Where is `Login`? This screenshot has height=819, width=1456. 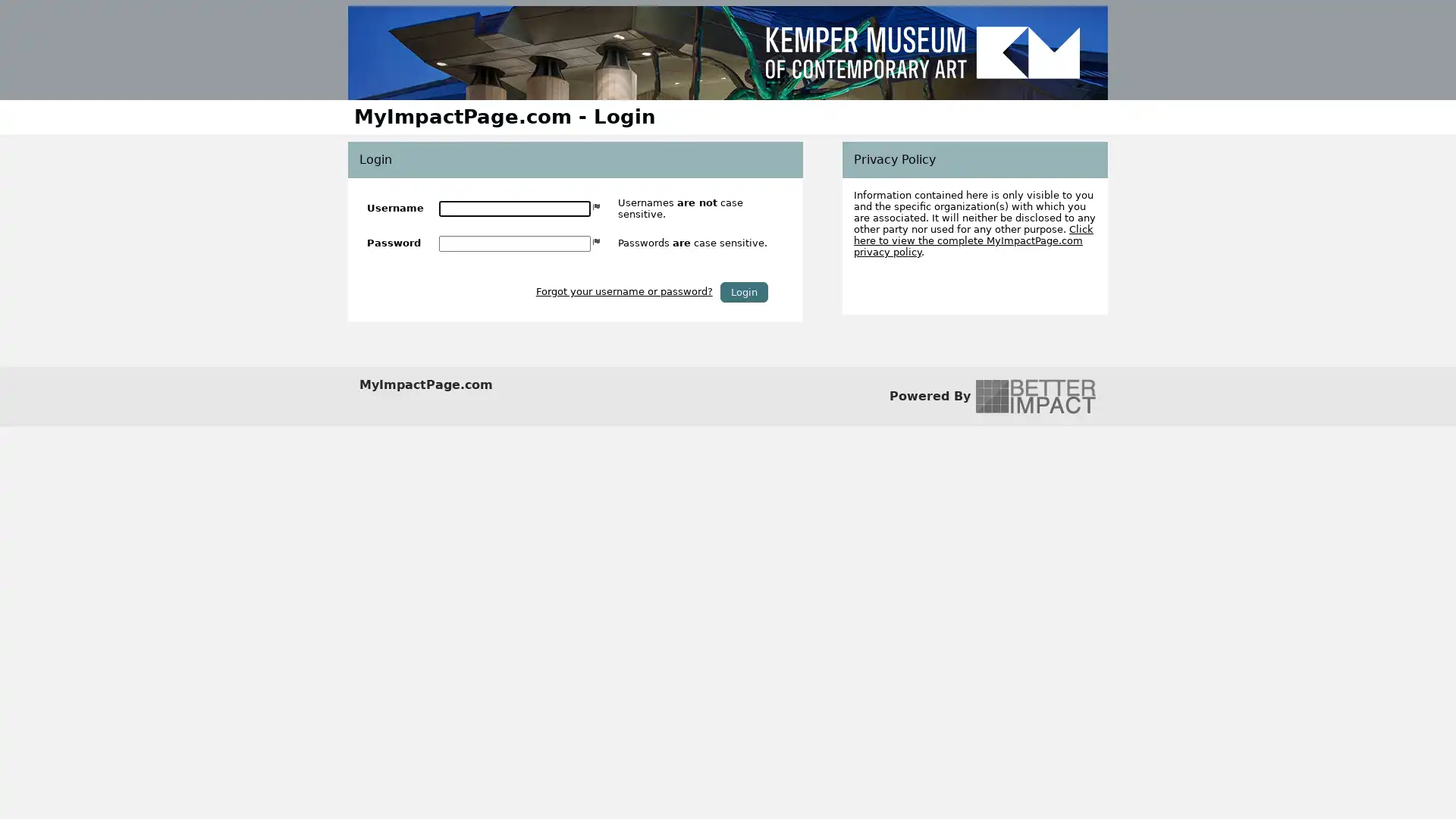
Login is located at coordinates (743, 291).